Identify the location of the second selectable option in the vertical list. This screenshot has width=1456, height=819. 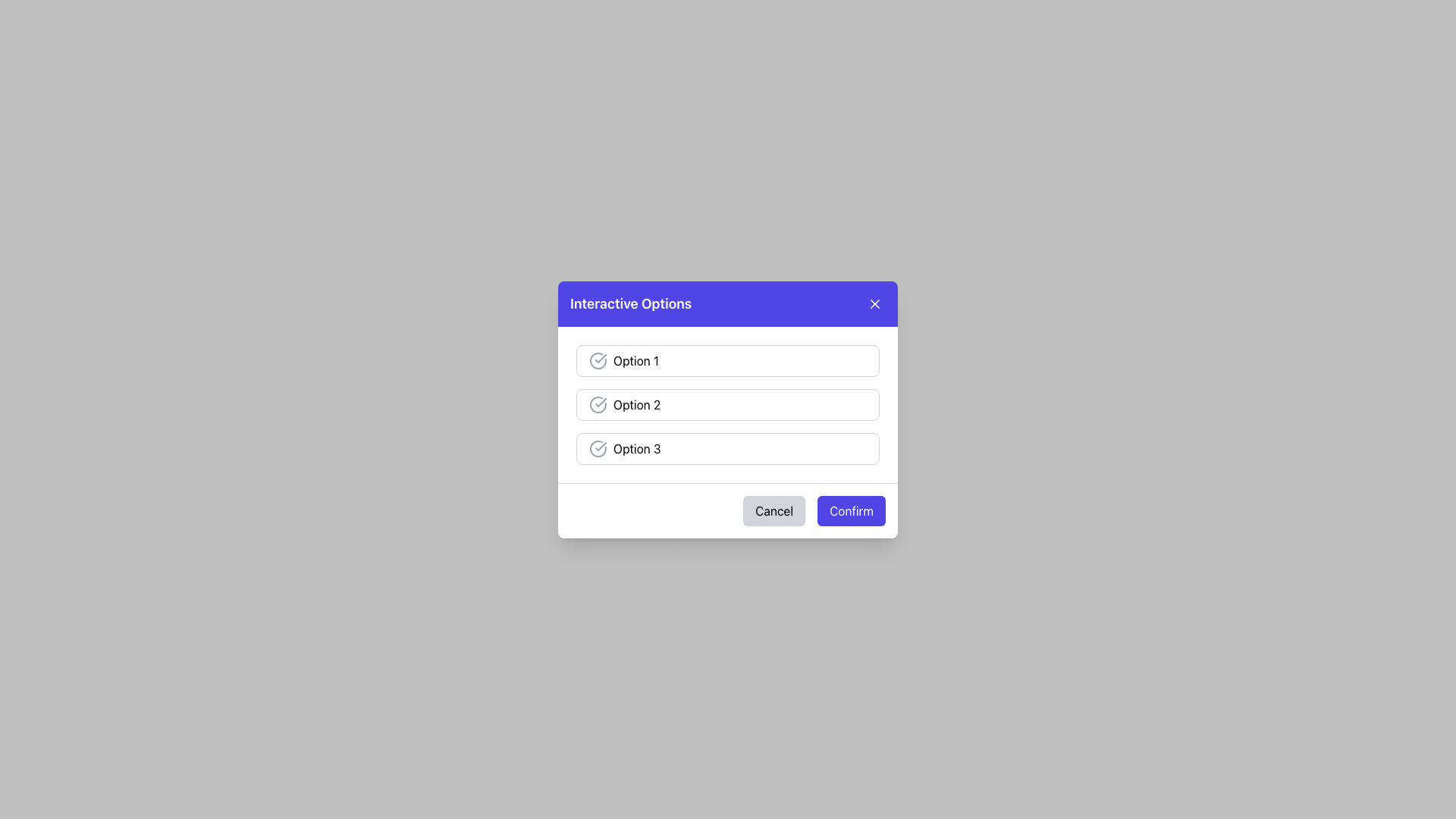
(728, 403).